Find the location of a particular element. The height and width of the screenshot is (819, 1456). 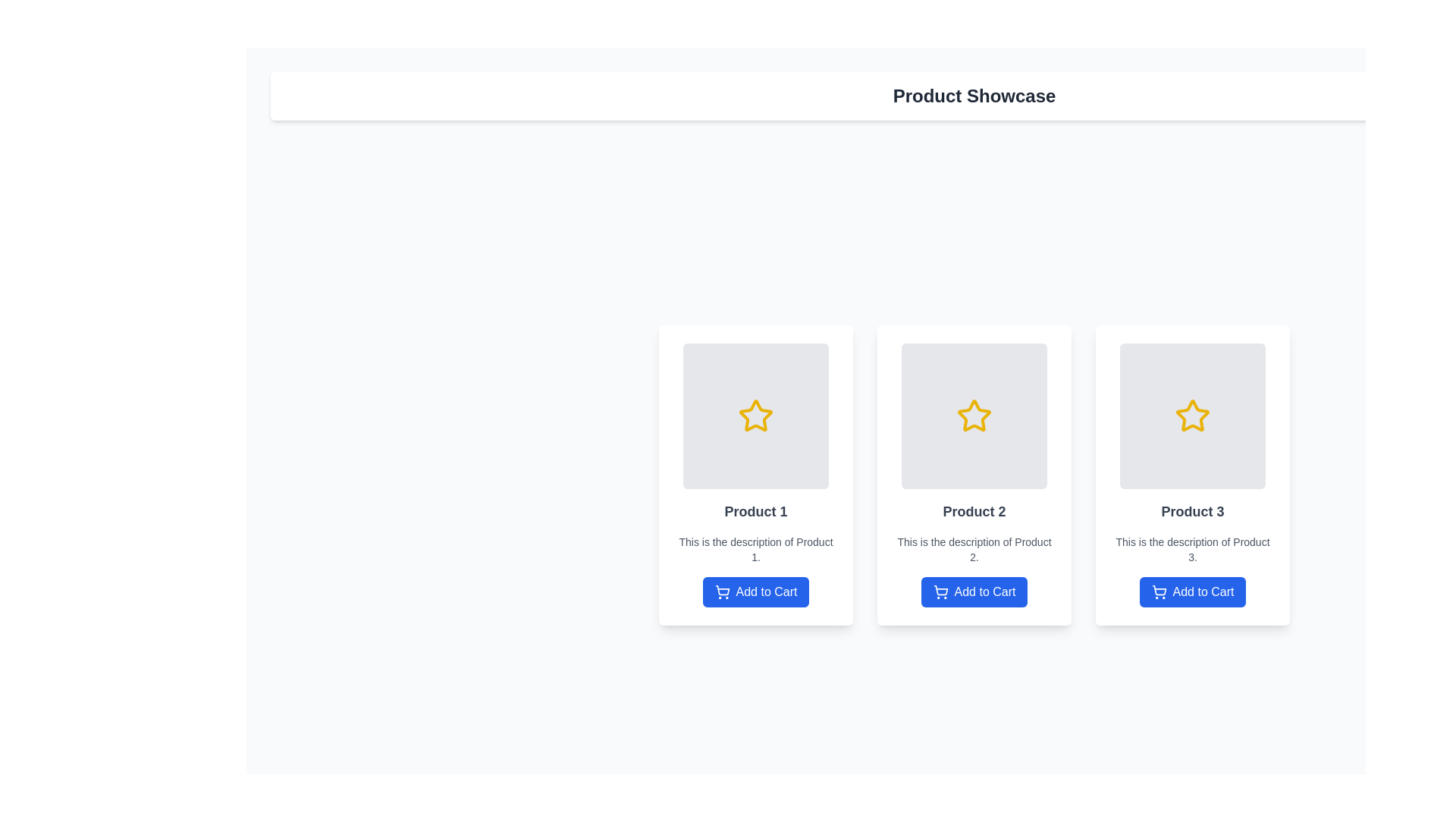

the star icon located in the third product card from the left, above the product title 'Product 3' is located at coordinates (1192, 416).